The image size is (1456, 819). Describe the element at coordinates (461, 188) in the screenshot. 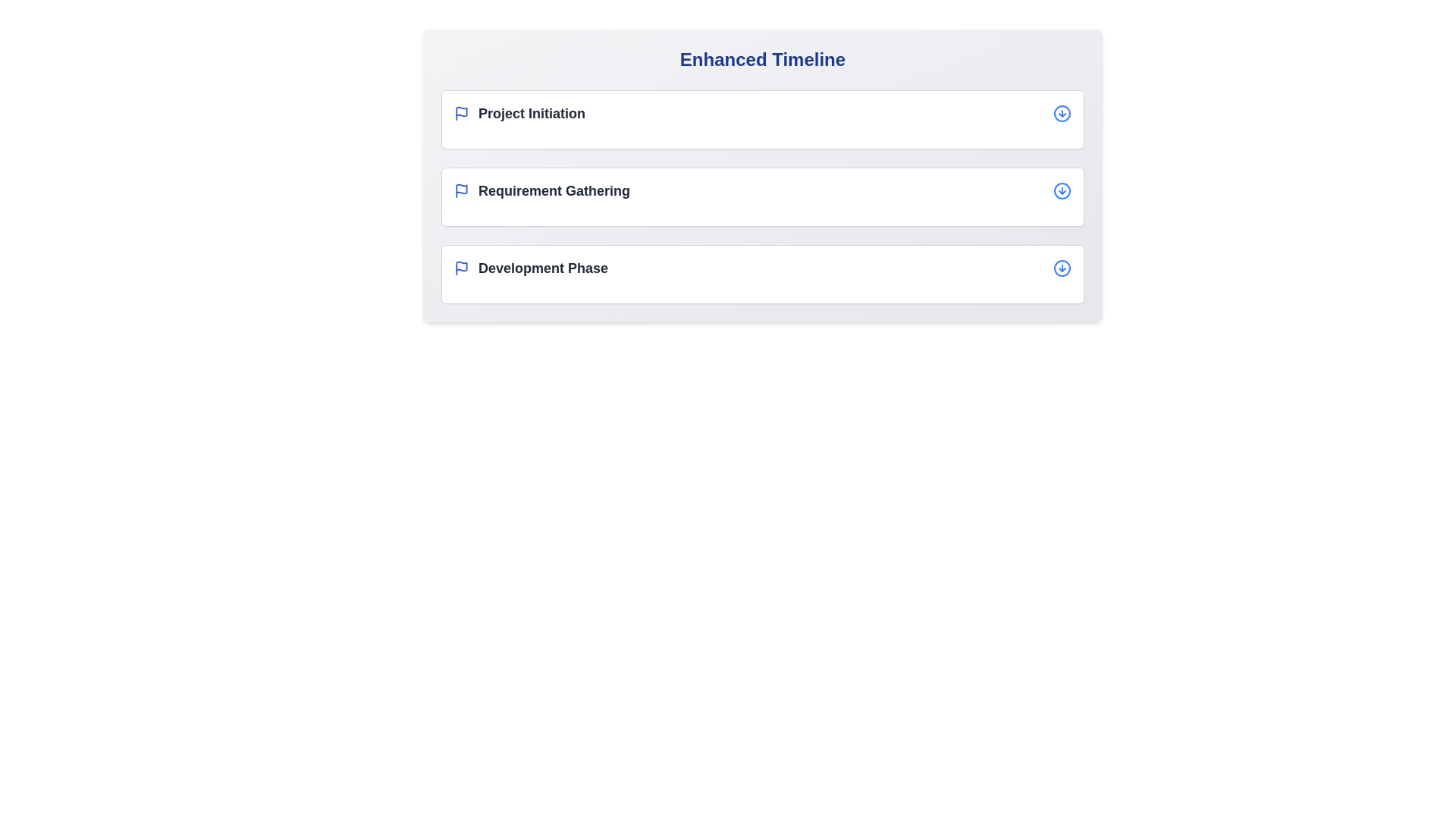

I see `the interactive icon located to the left of the 'Requirement Gathering' text within the timeline section` at that location.